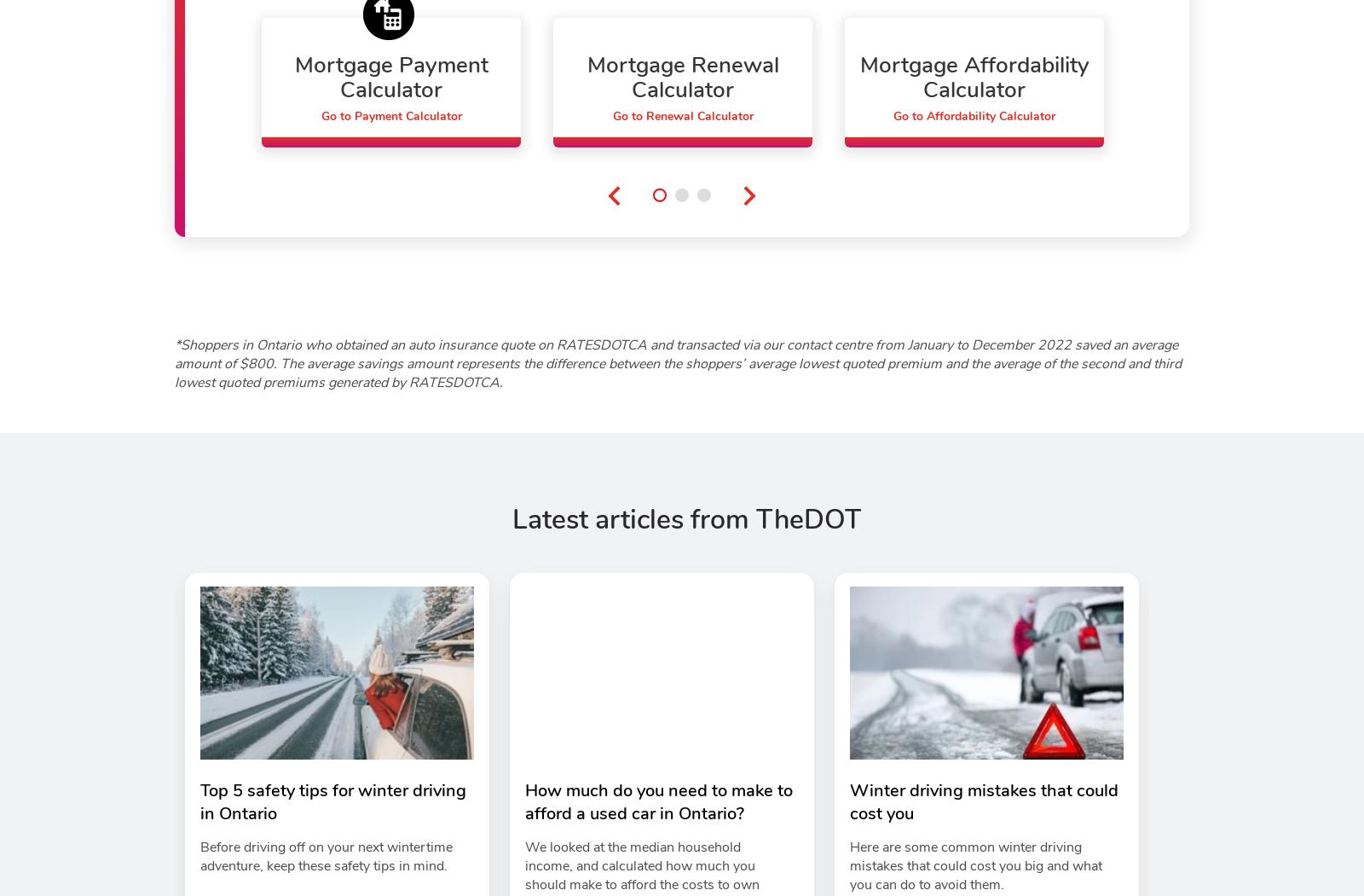 Image resolution: width=1364 pixels, height=896 pixels. Describe the element at coordinates (525, 801) in the screenshot. I see `'How much do you need to make to afford a used car in Ontario?'` at that location.